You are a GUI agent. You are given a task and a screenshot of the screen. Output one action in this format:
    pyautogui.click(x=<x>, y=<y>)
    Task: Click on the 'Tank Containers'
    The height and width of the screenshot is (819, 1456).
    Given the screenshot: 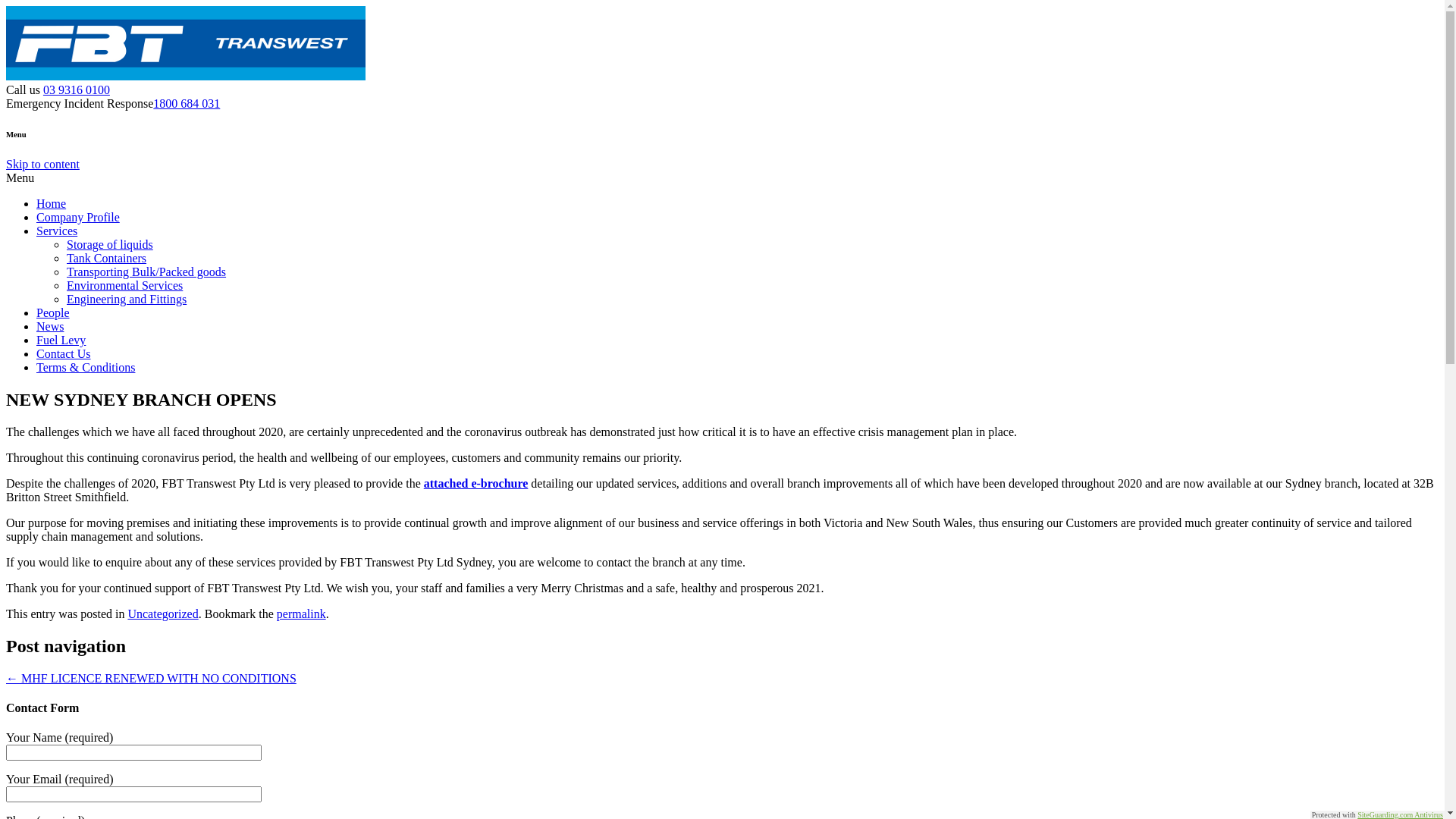 What is the action you would take?
    pyautogui.click(x=105, y=257)
    